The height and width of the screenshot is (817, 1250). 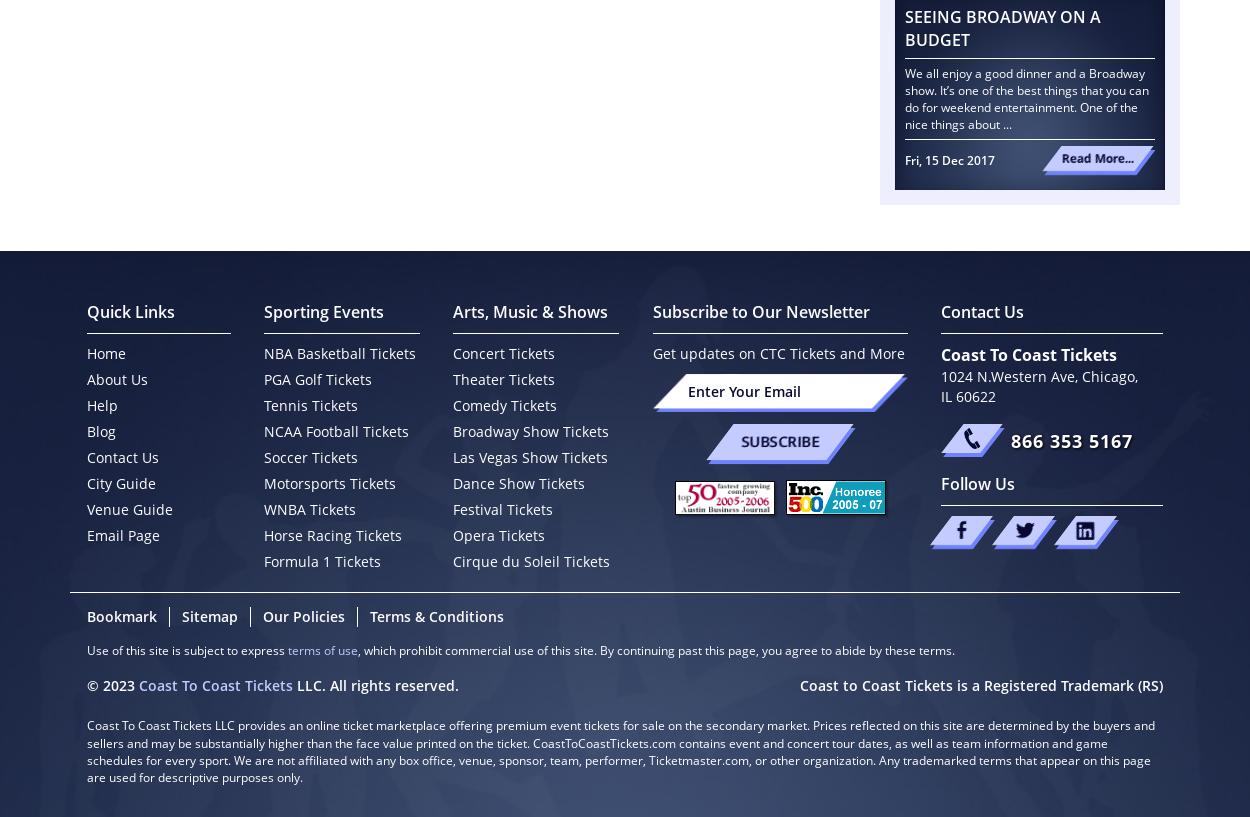 What do you see at coordinates (655, 650) in the screenshot?
I see `', which prohibit commercial use of this site.  By continuing past this page, you agree to abide by these terms.'` at bounding box center [655, 650].